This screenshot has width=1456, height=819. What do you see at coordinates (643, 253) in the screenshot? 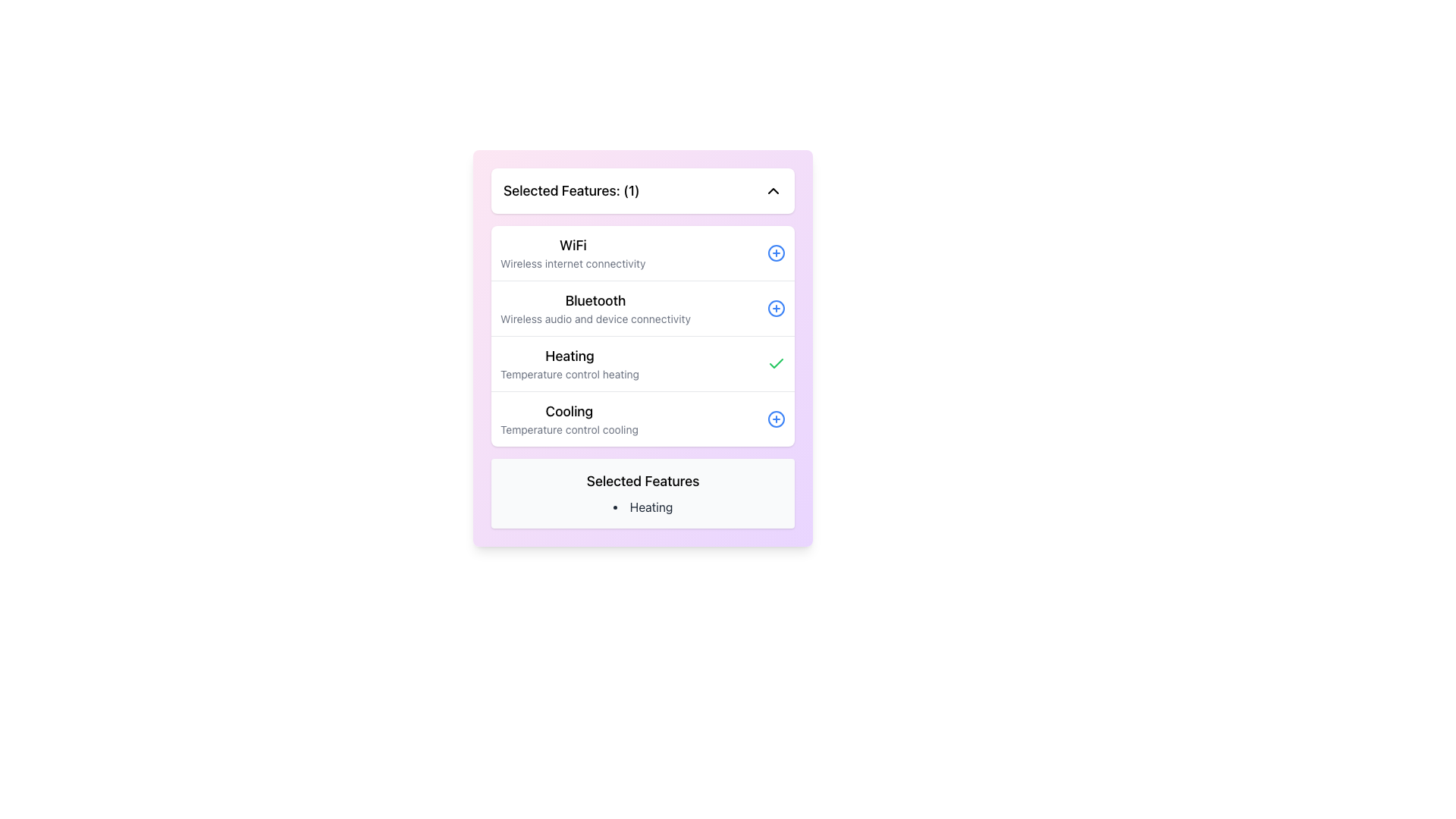
I see `the selectable item titled 'WiFi'` at bounding box center [643, 253].